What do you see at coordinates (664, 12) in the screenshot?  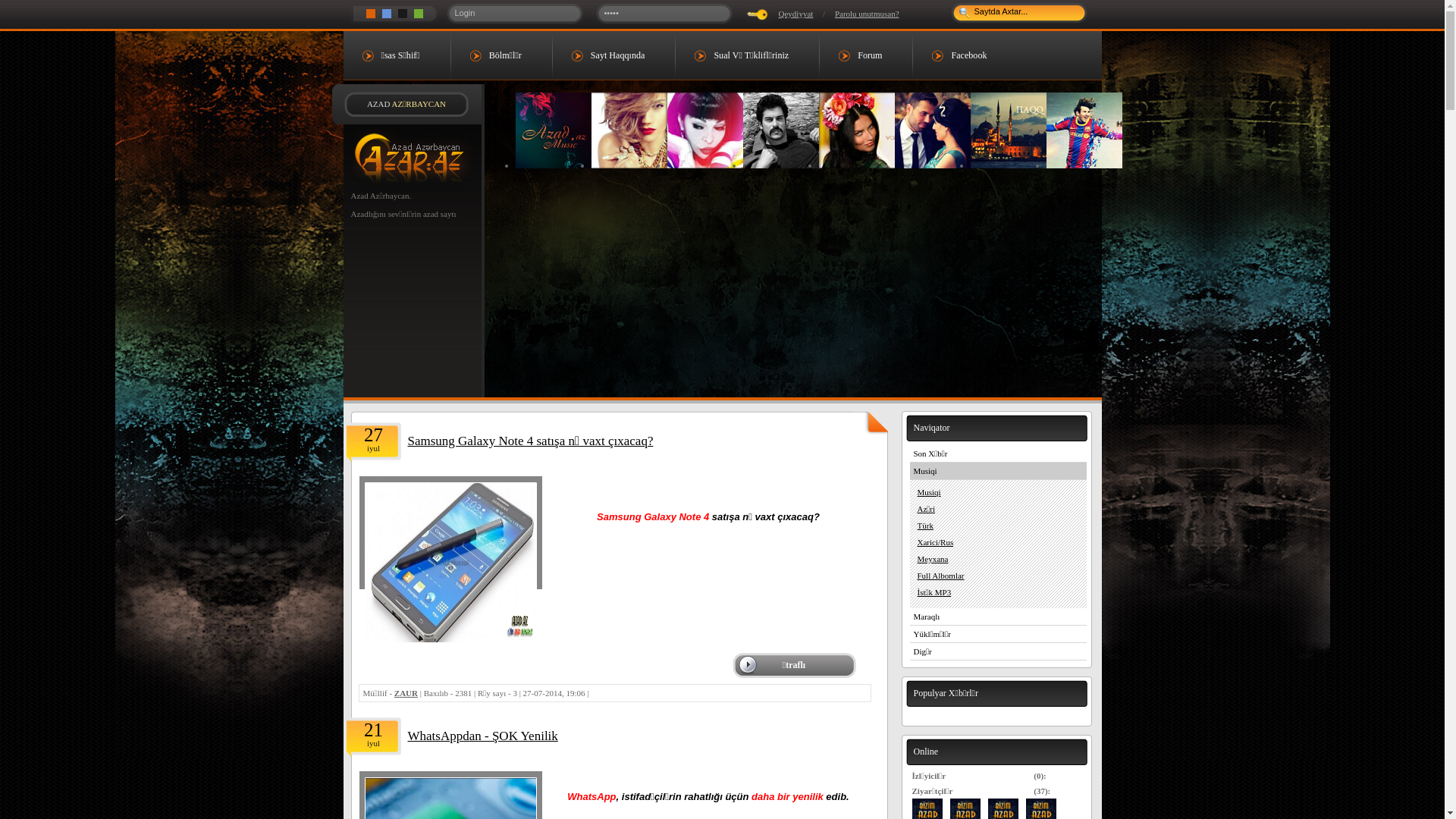 I see `'Parolunuz'` at bounding box center [664, 12].